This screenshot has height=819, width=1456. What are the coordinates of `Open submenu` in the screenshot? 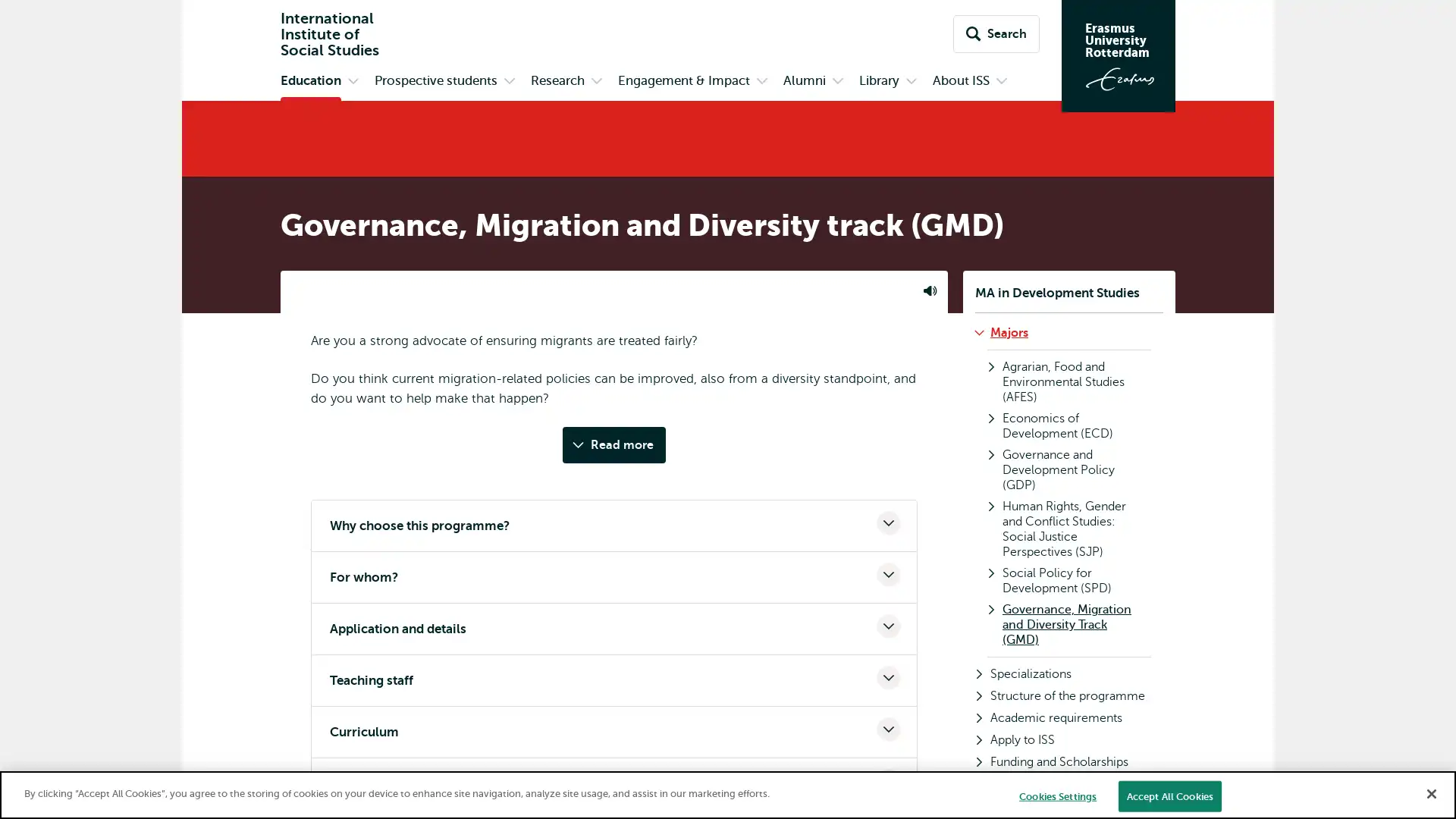 It's located at (836, 82).